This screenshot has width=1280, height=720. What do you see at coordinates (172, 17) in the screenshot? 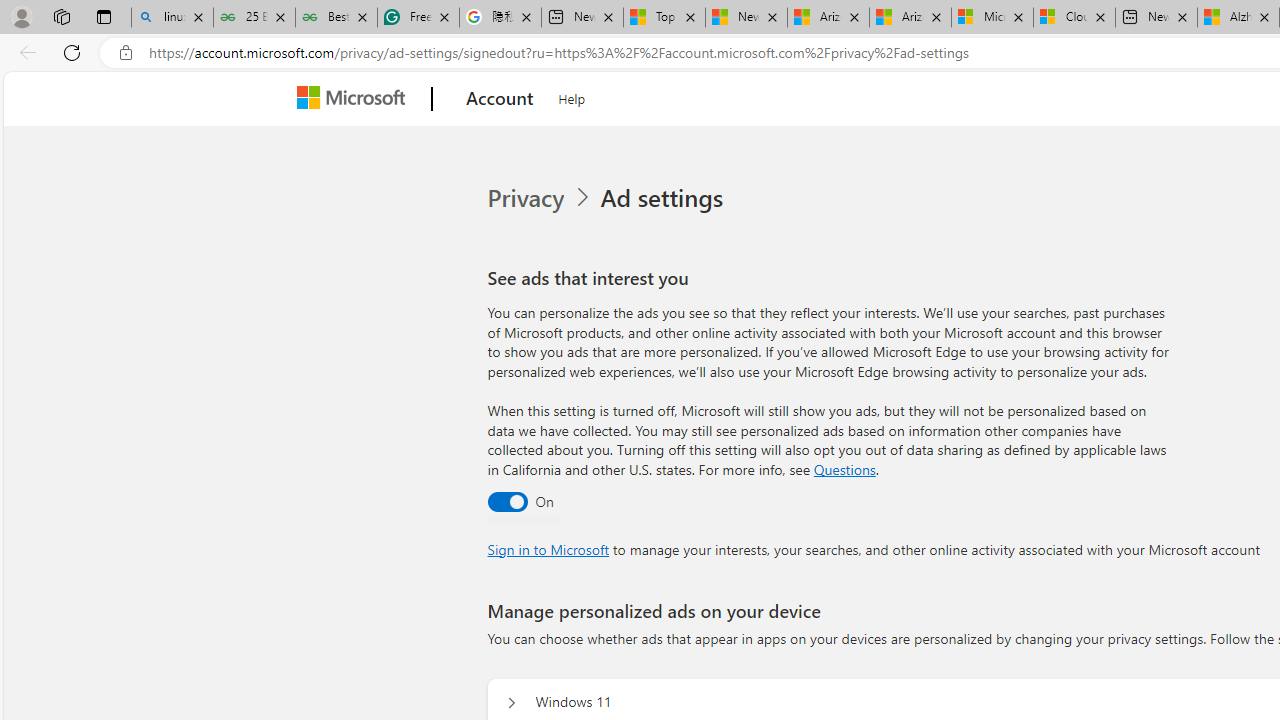
I see `'linux basic - Search'` at bounding box center [172, 17].